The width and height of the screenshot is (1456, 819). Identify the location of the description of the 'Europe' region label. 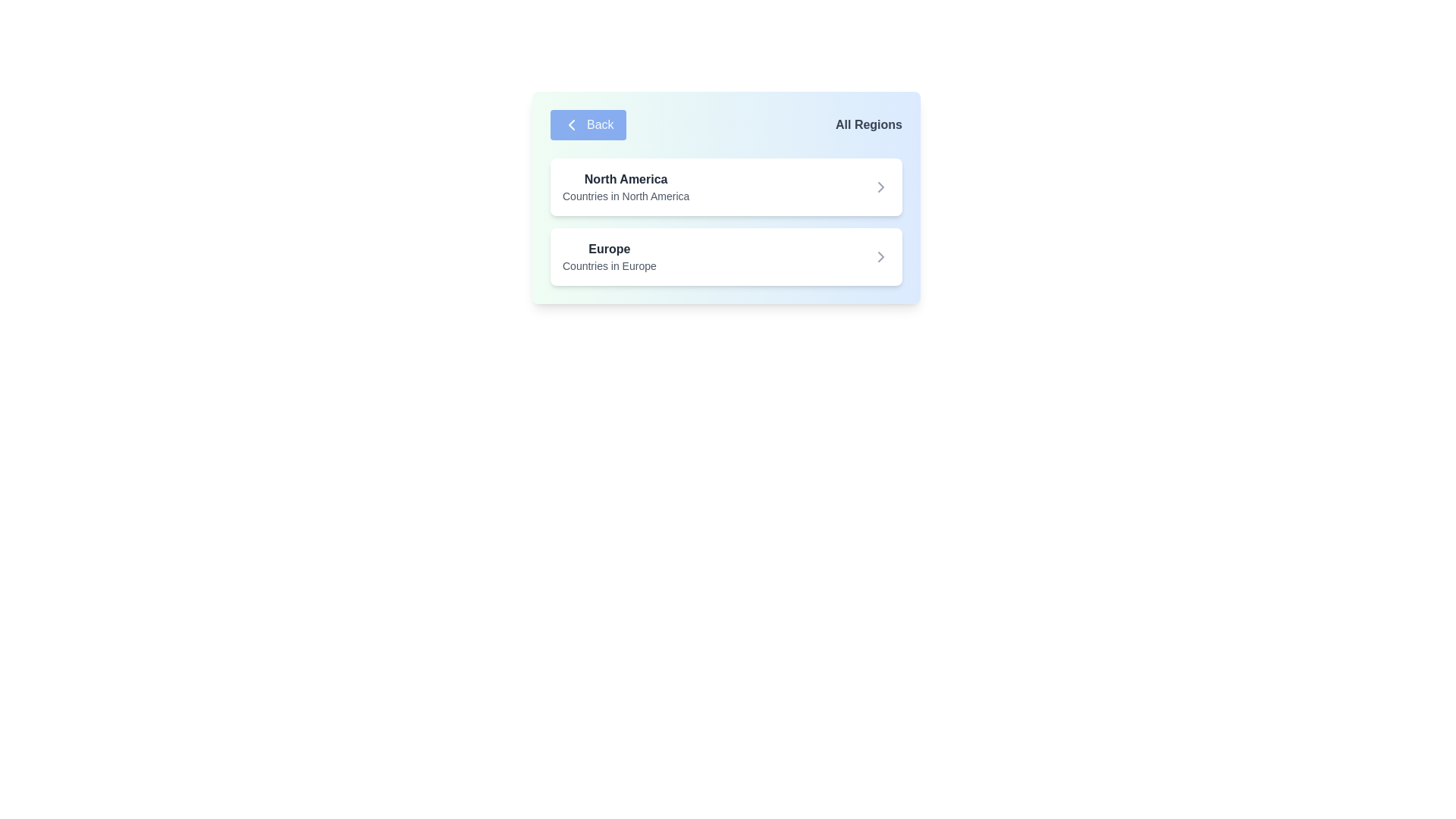
(609, 256).